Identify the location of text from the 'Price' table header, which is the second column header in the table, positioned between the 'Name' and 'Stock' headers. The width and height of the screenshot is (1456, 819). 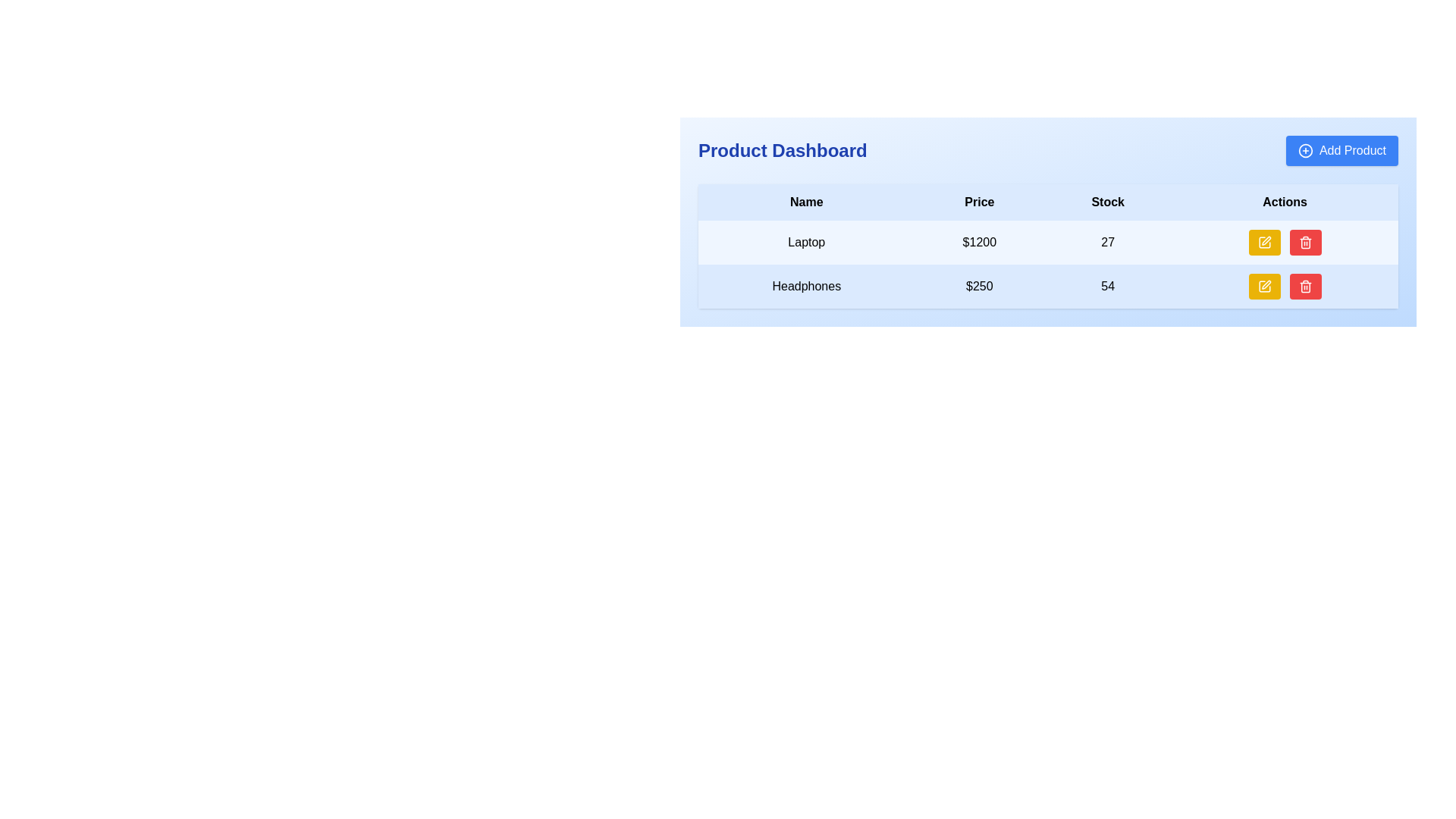
(979, 201).